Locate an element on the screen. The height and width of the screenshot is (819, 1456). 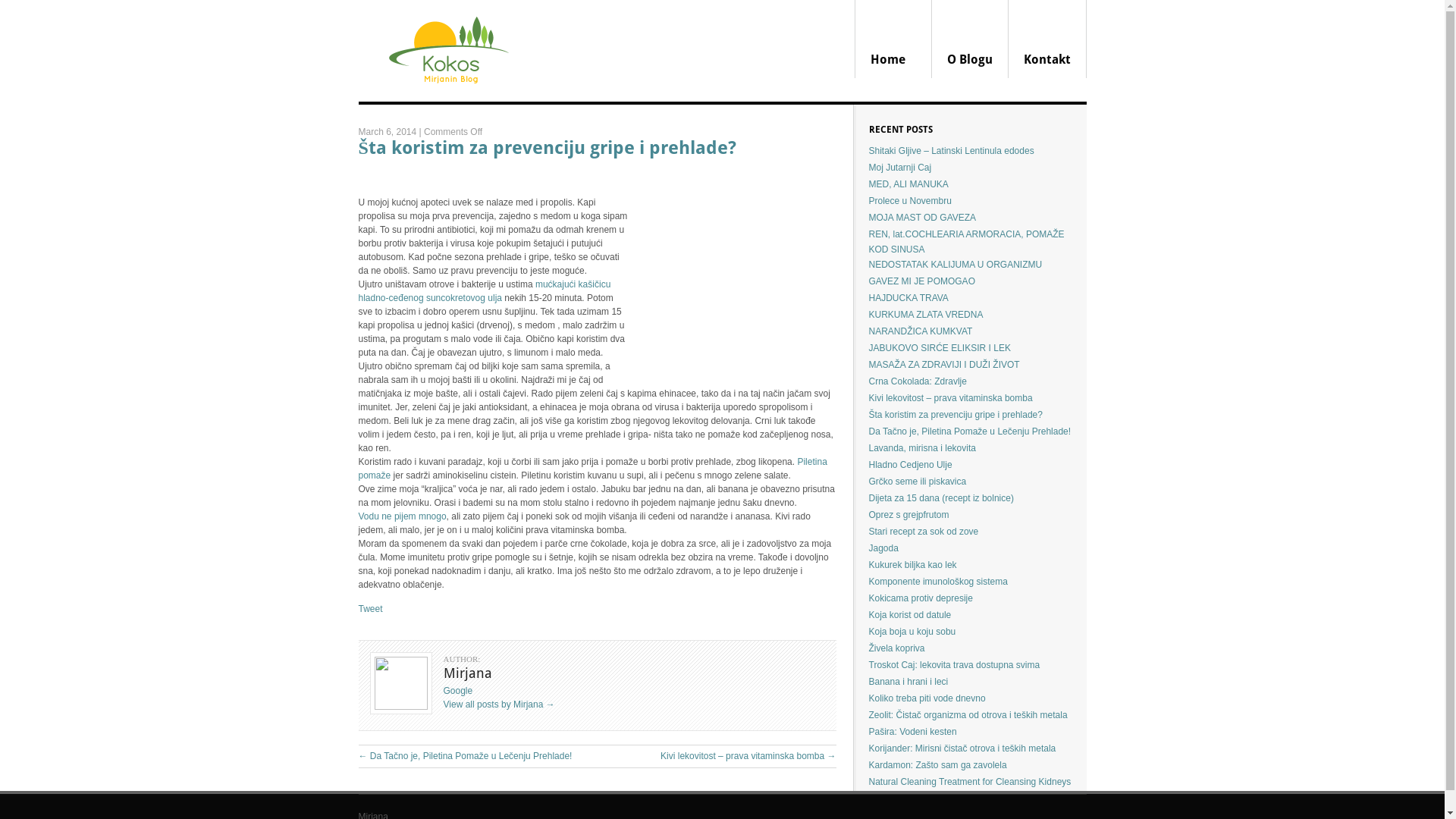
'Google' is located at coordinates (457, 690).